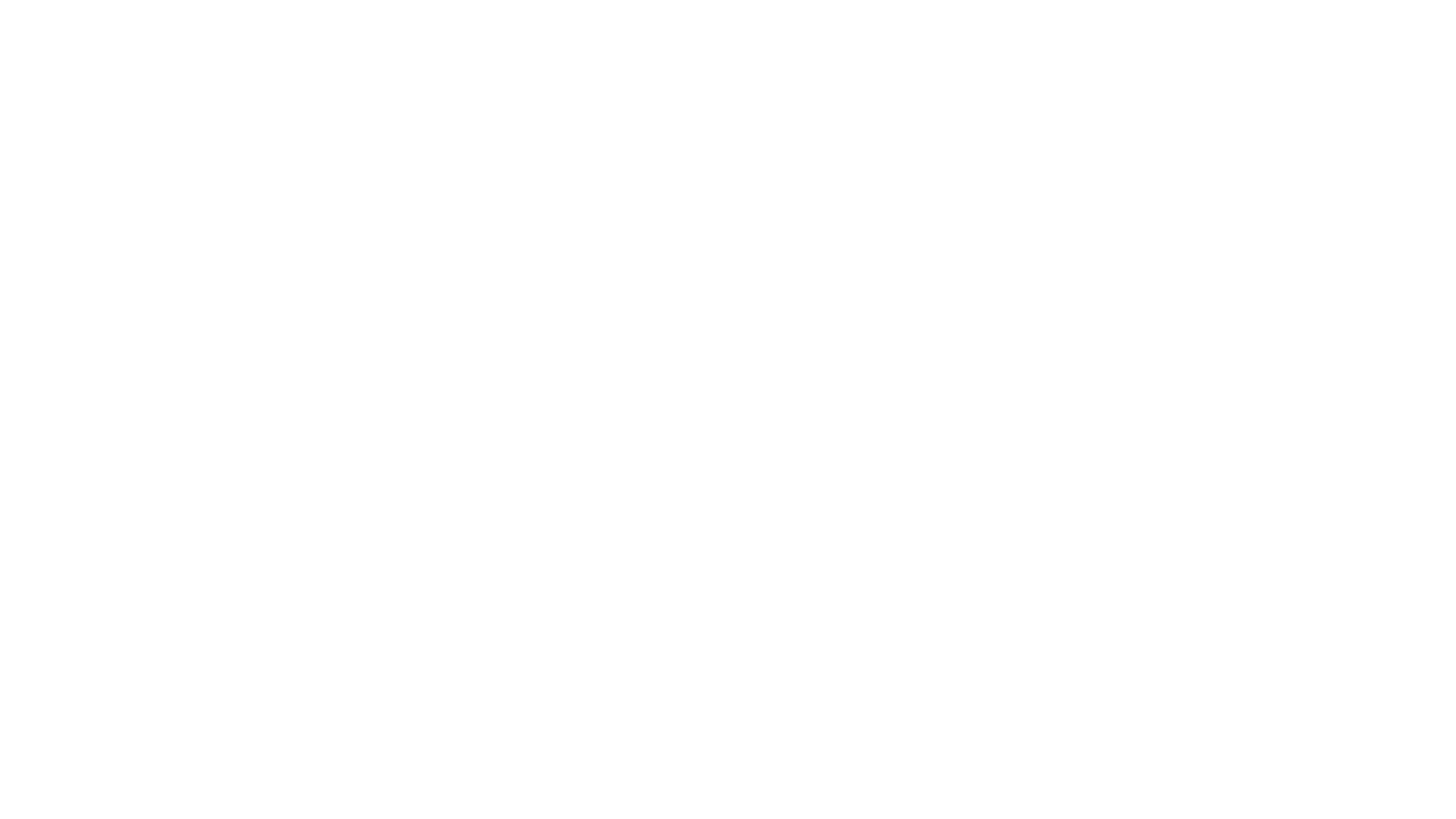 This screenshot has width=1456, height=819. I want to click on Search, so click(1254, 72).